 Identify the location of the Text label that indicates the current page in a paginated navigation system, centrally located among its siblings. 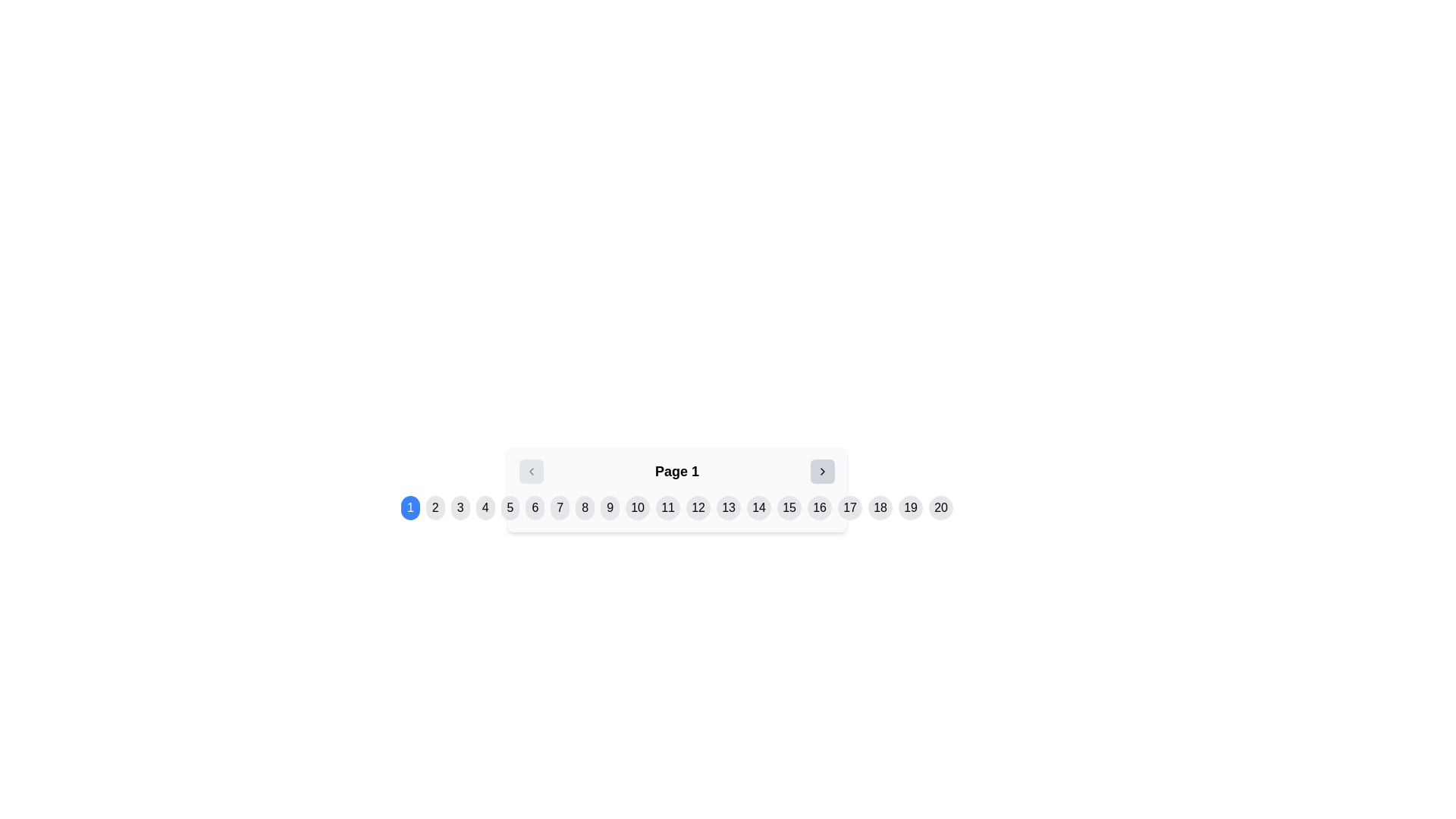
(676, 470).